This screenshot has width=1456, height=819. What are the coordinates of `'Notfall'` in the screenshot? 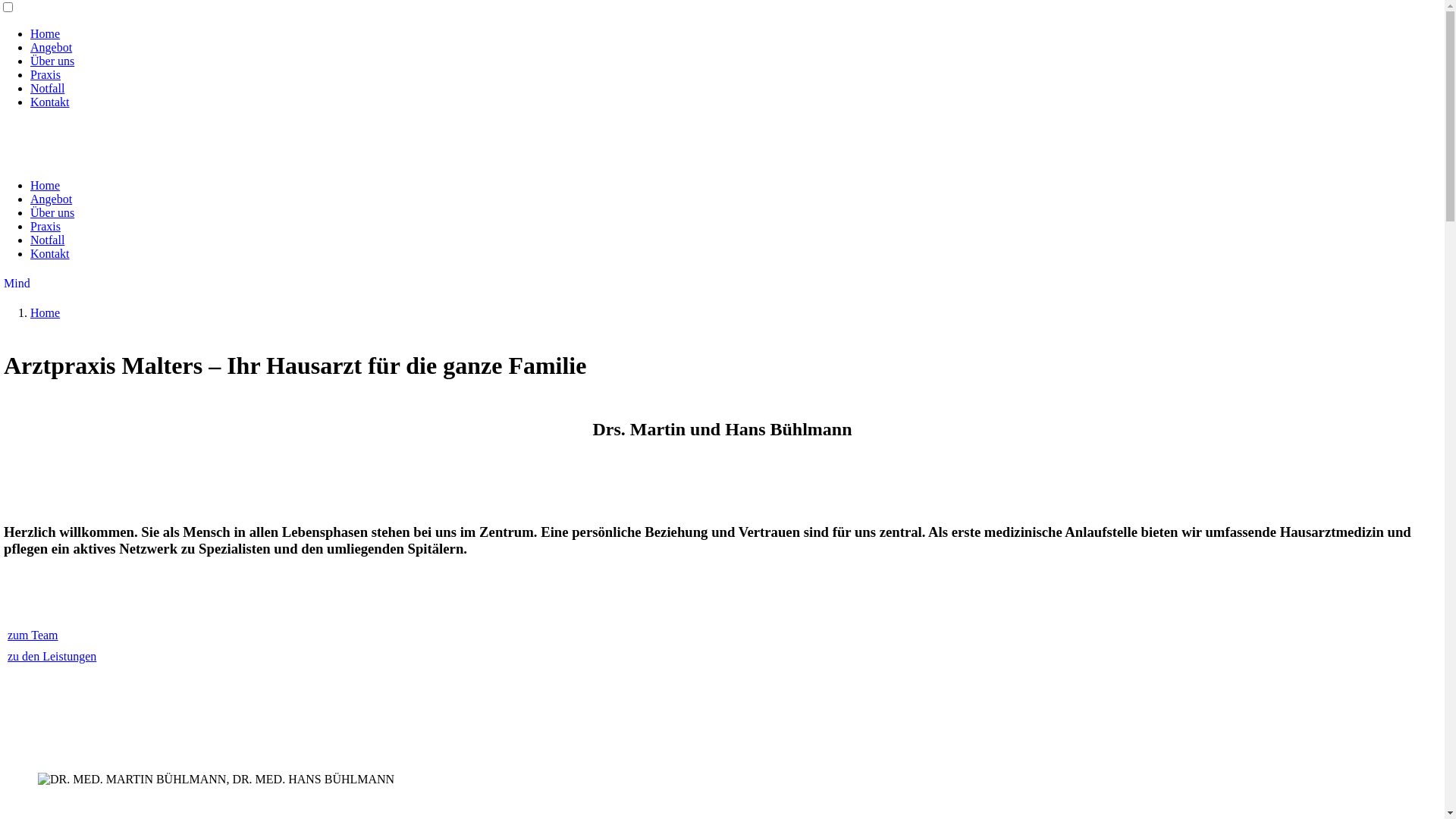 It's located at (47, 239).